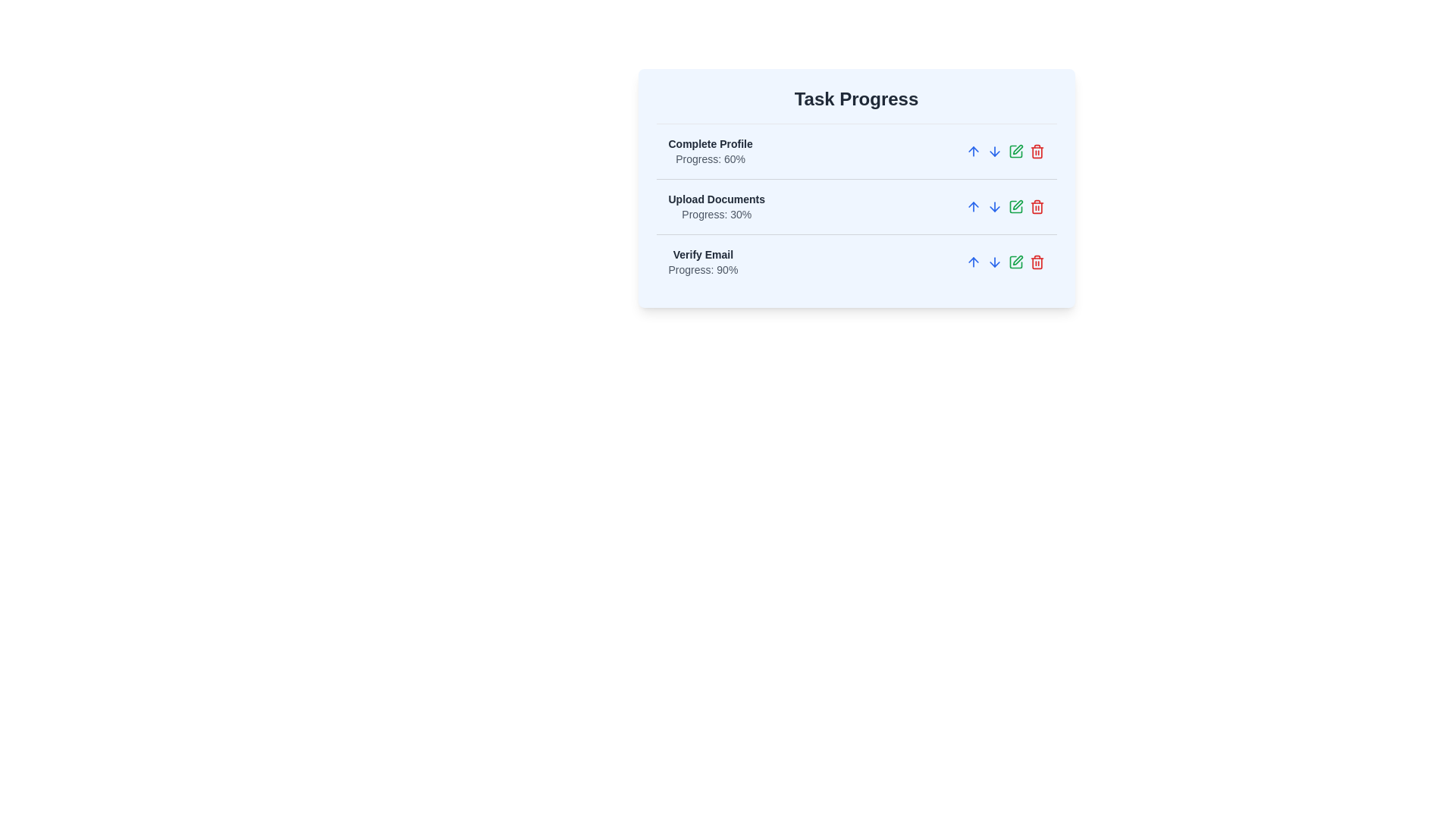  Describe the element at coordinates (1018, 149) in the screenshot. I see `the editing icon located to the right of the 'Upload Documents' row in the list or progress tracker` at that location.